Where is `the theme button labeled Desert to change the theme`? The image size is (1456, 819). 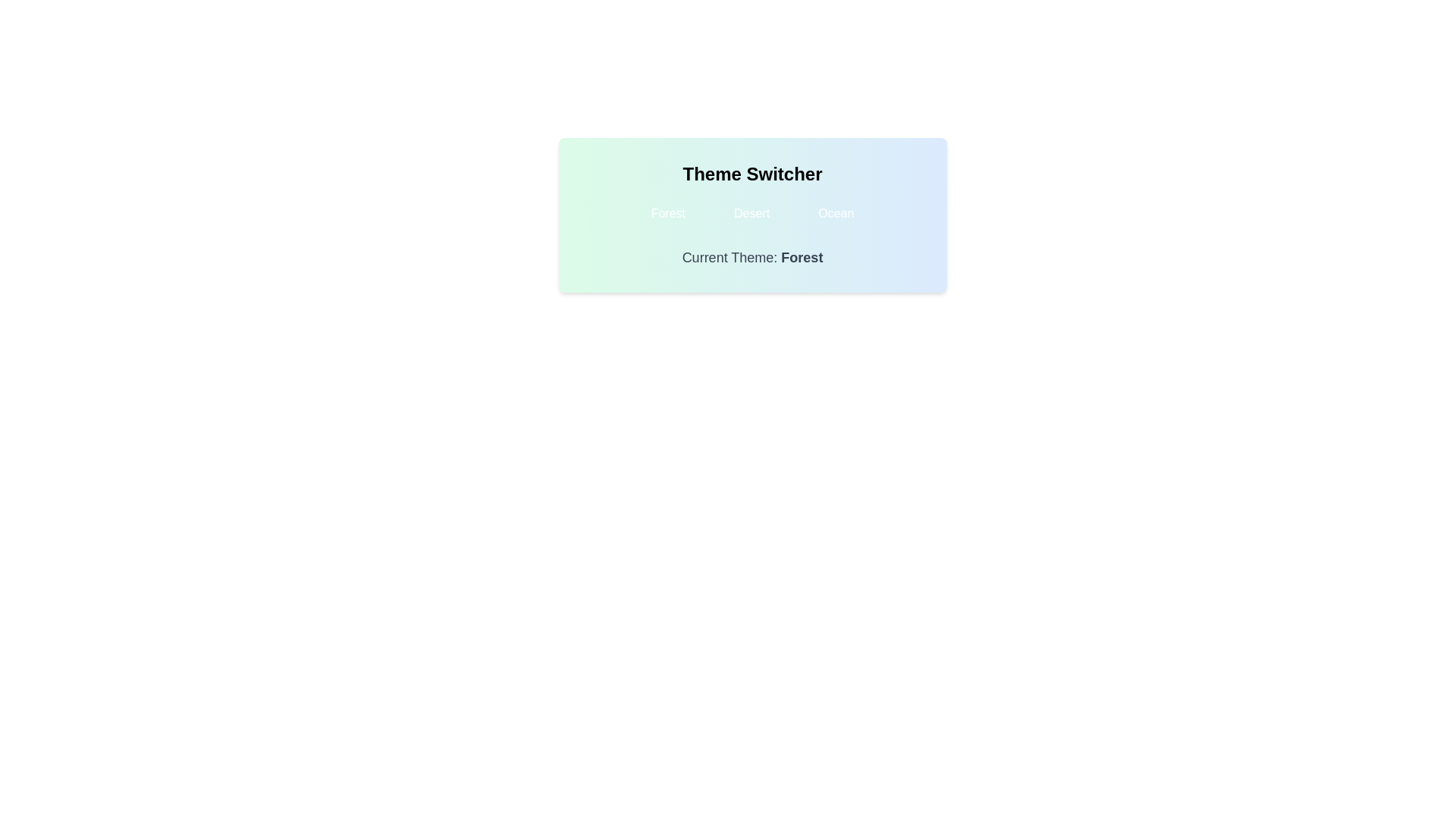
the theme button labeled Desert to change the theme is located at coordinates (752, 213).